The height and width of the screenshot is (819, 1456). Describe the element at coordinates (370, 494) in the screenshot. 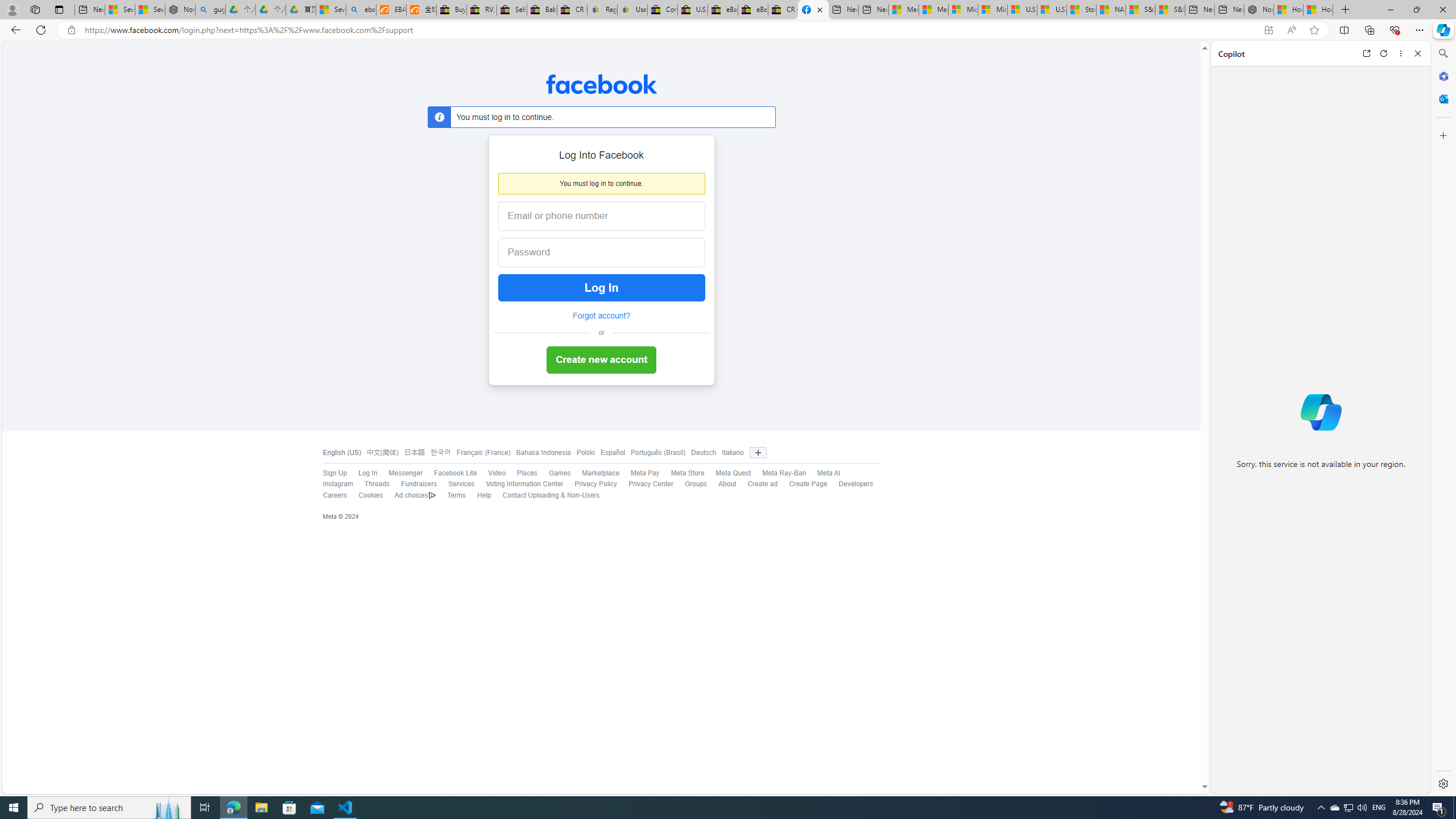

I see `'Cookies'` at that location.